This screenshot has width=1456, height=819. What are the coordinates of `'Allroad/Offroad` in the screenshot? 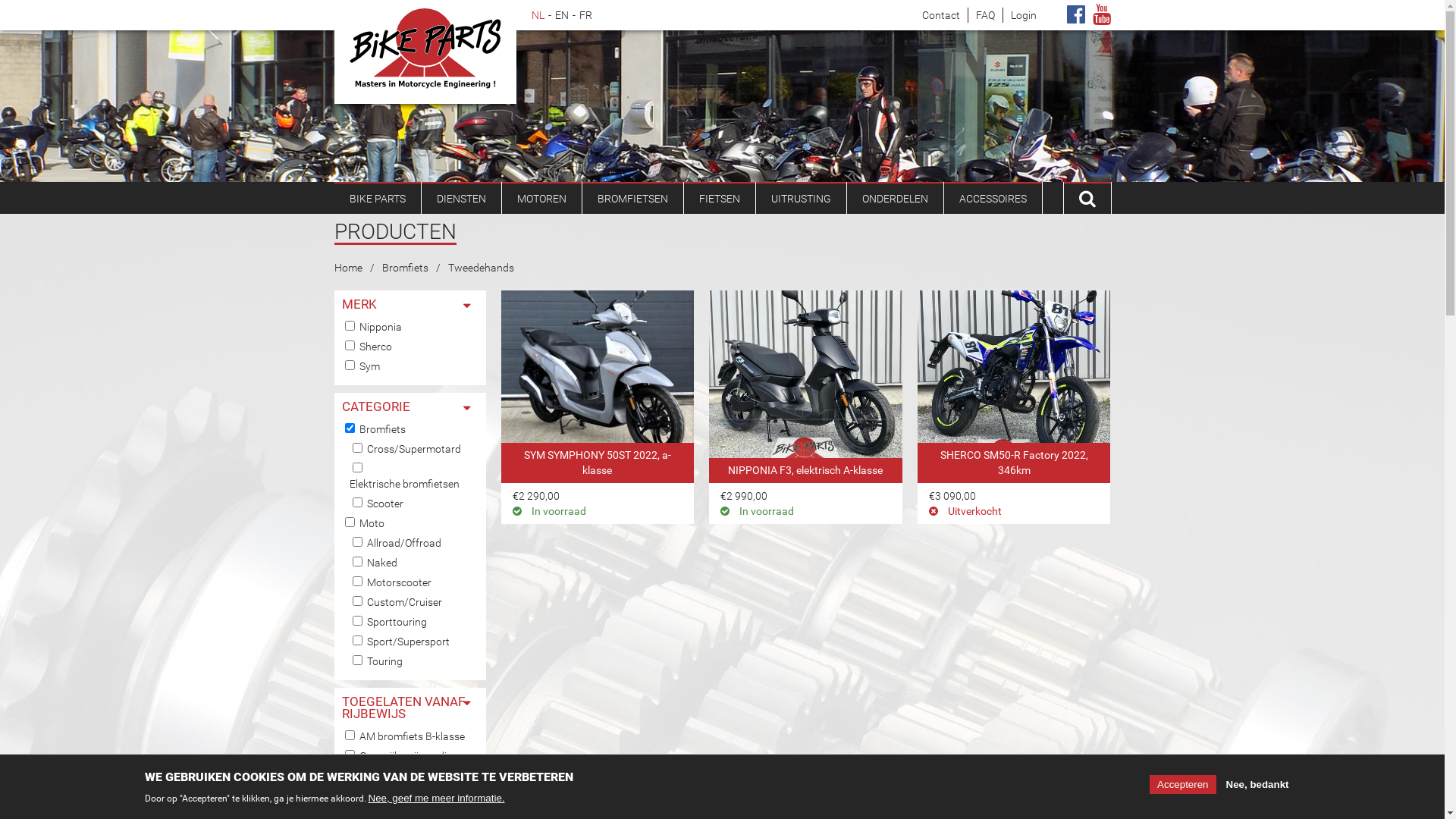 It's located at (403, 542).